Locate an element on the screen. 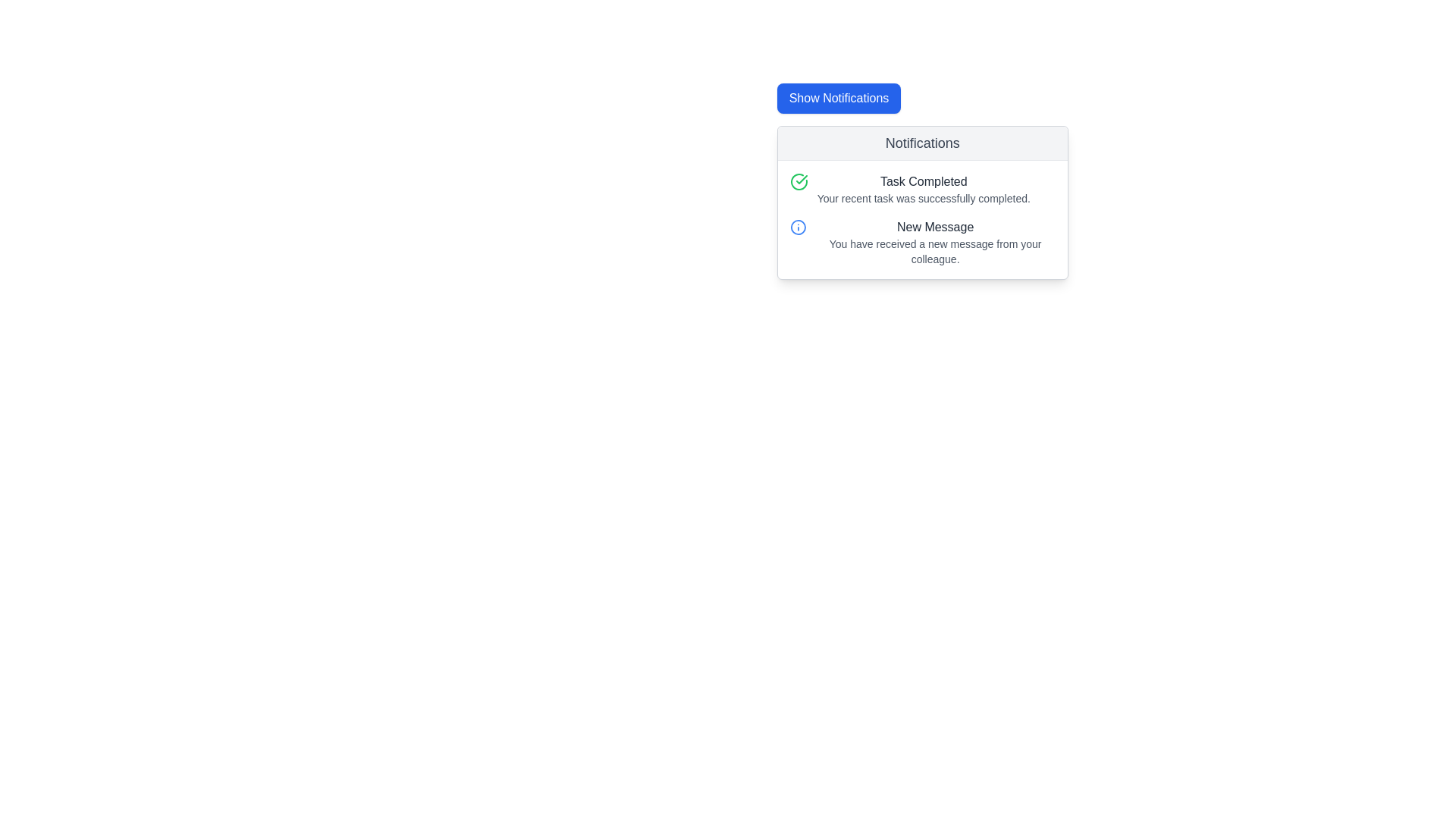 This screenshot has width=1456, height=819. the Text Display element that provides information about the 'New Message' notification to read the message details is located at coordinates (934, 250).